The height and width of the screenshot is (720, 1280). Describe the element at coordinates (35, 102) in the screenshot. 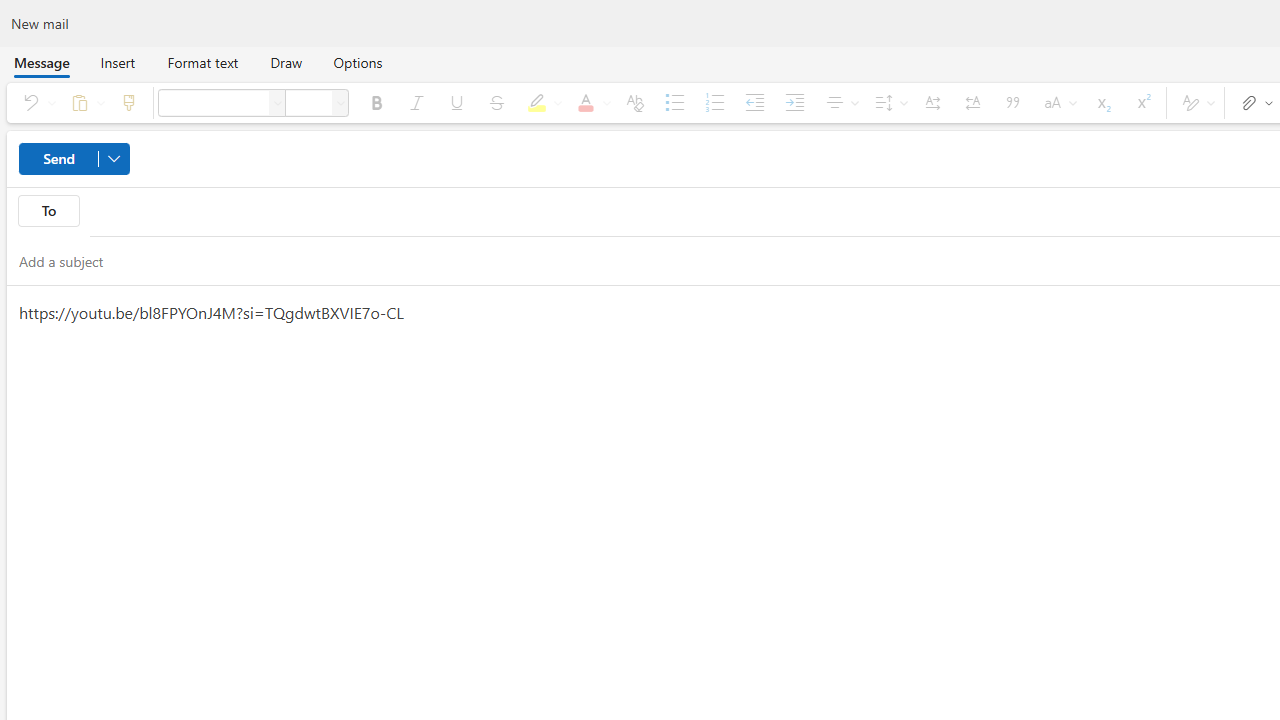

I see `'Undo'` at that location.